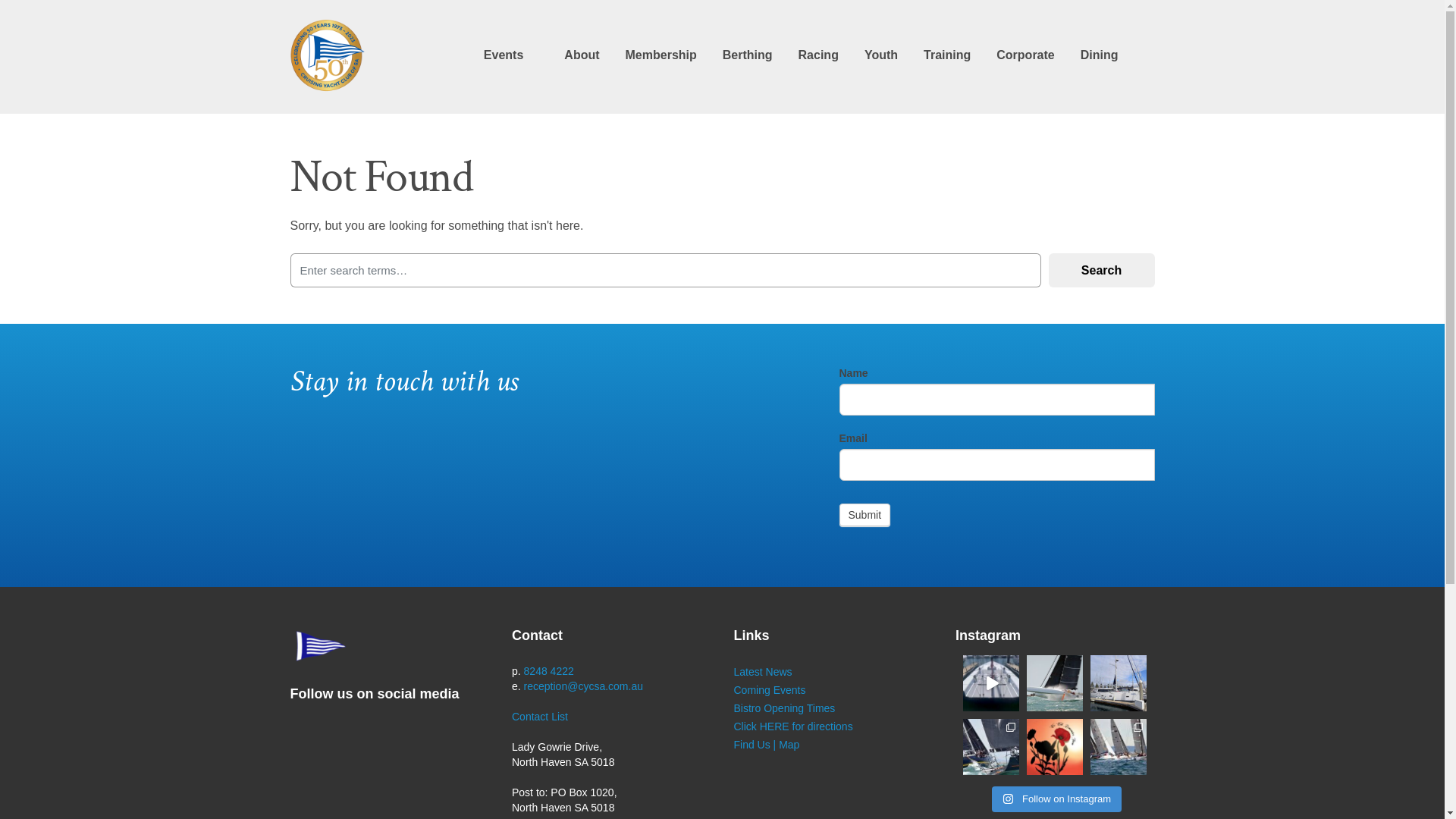 Image resolution: width=1456 pixels, height=819 pixels. Describe the element at coordinates (747, 55) in the screenshot. I see `'Berthing'` at that location.